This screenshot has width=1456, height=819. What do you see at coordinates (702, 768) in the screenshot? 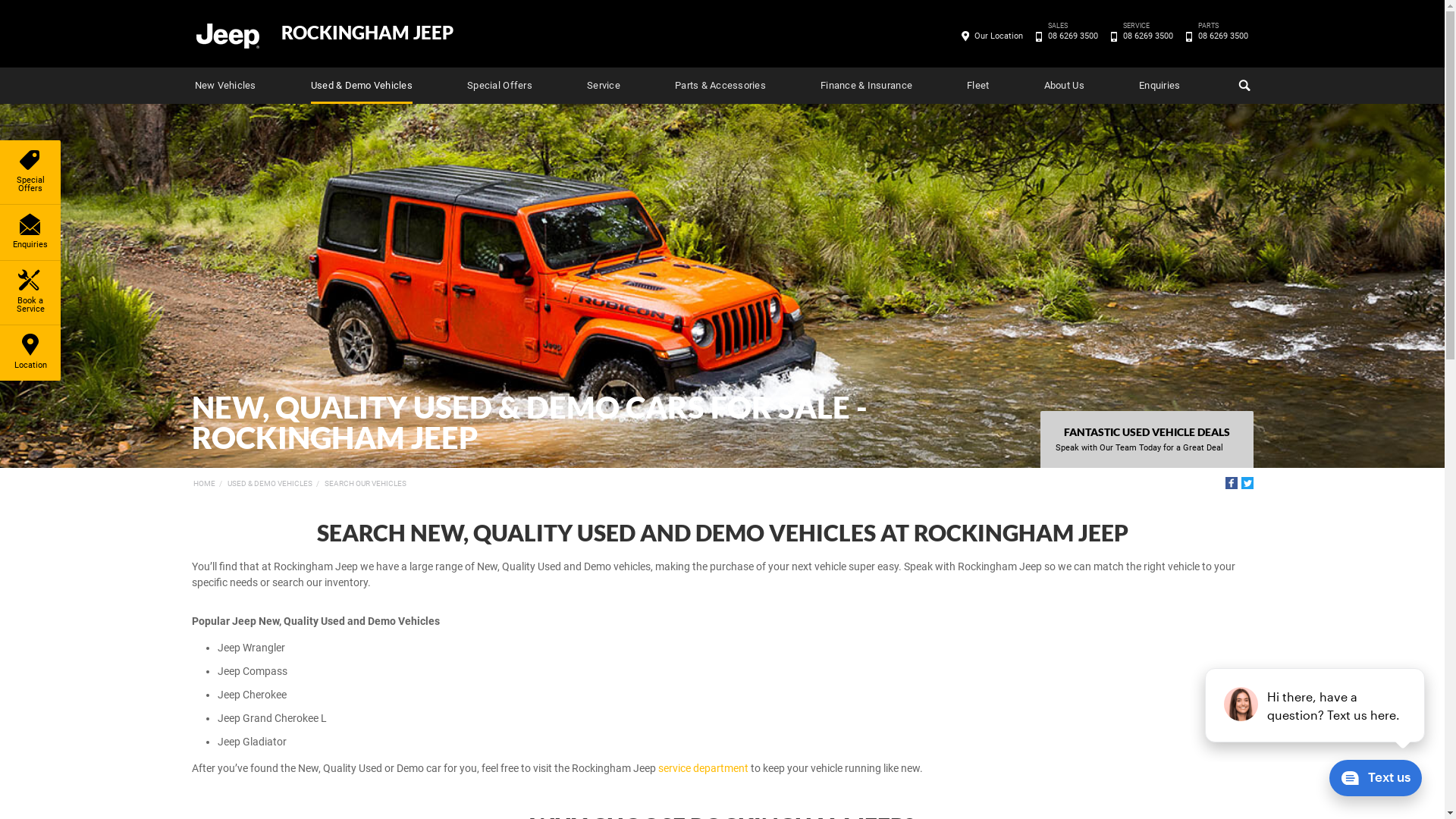
I see `'service department'` at bounding box center [702, 768].